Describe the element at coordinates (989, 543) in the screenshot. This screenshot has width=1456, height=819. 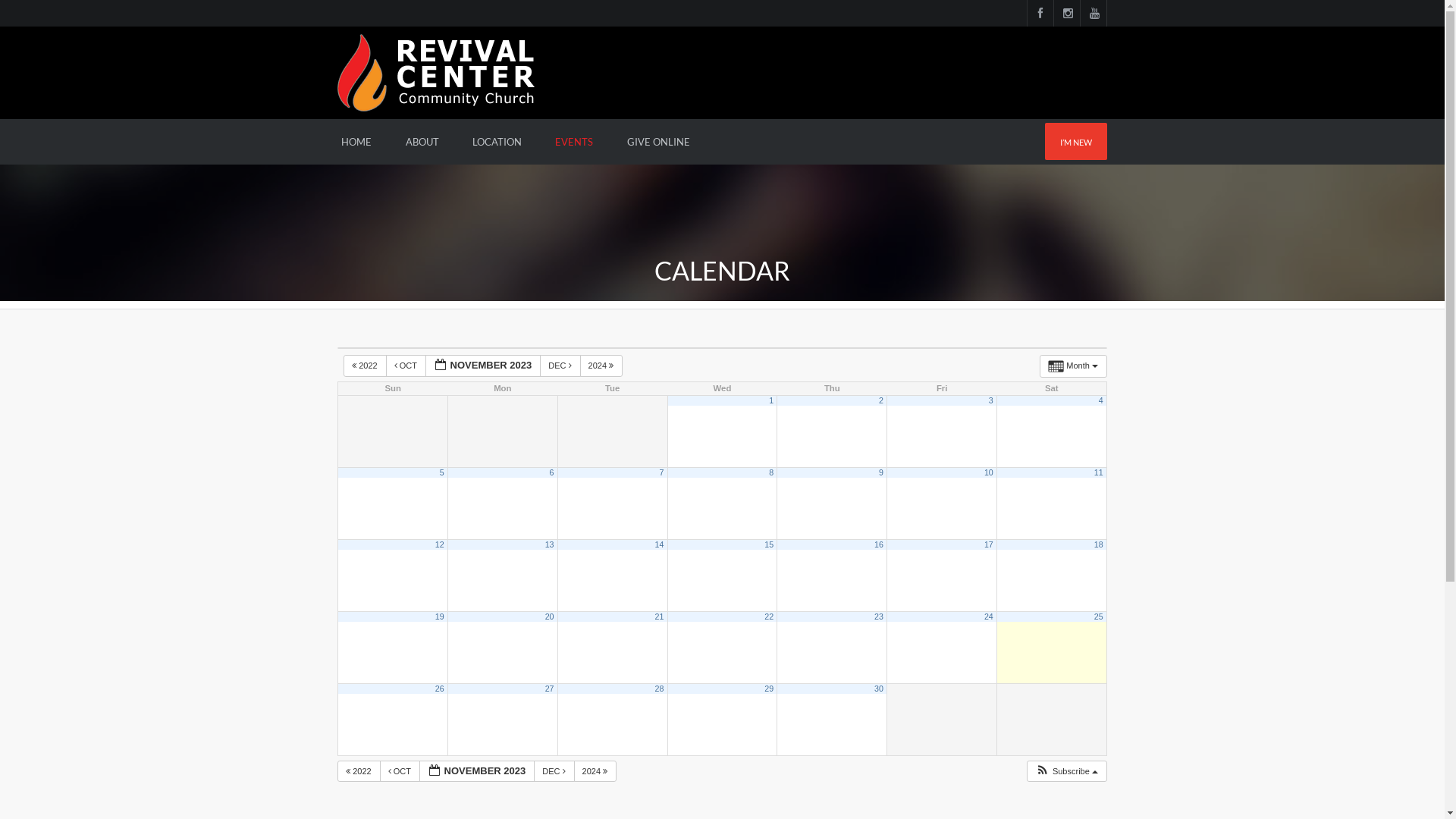
I see `'17'` at that location.